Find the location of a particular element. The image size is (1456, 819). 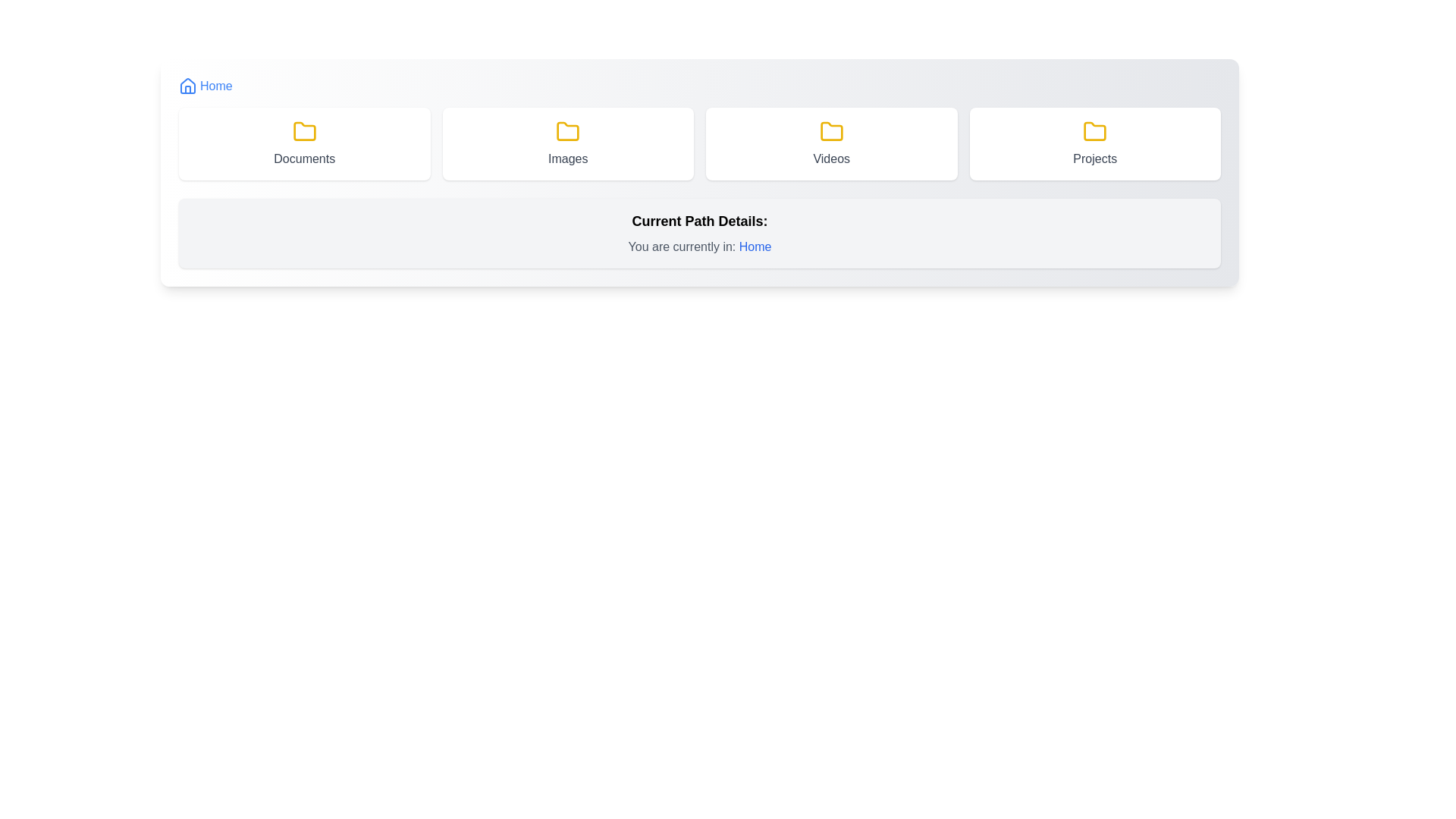

the home icon located in the upper-left part of the interface is located at coordinates (187, 86).